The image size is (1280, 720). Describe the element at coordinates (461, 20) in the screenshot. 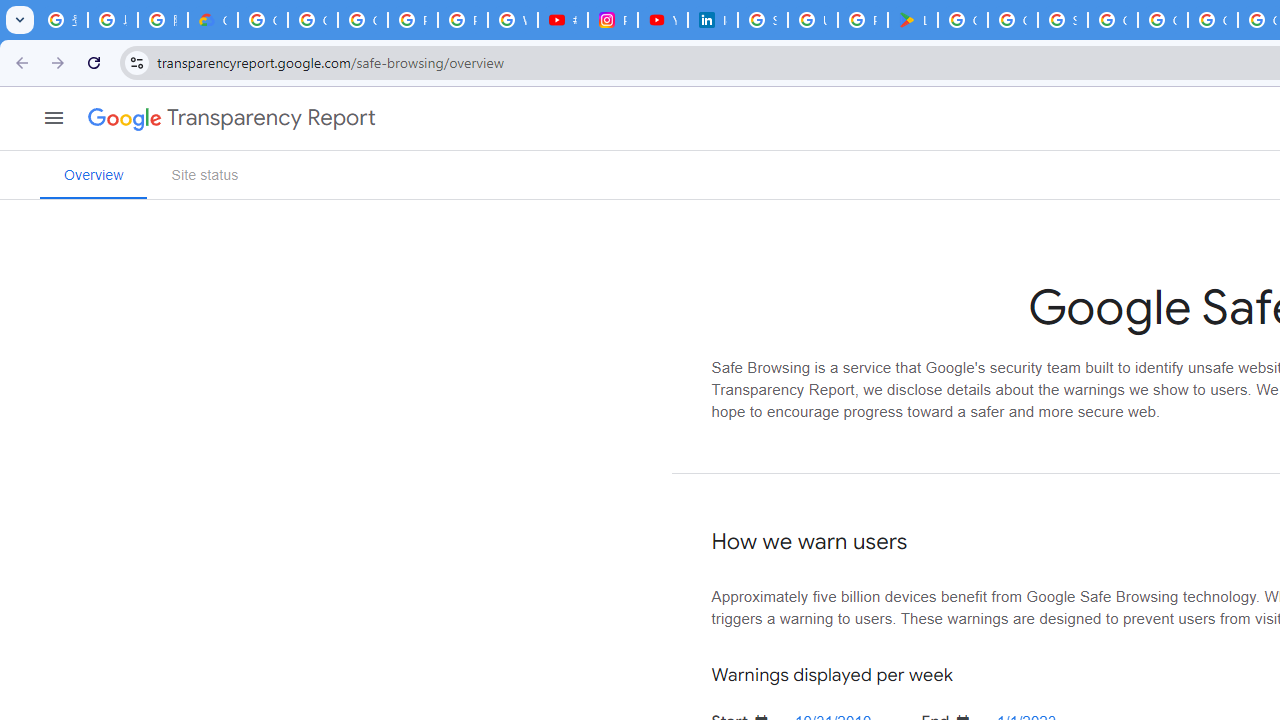

I see `'Privacy Help Center - Policies Help'` at that location.